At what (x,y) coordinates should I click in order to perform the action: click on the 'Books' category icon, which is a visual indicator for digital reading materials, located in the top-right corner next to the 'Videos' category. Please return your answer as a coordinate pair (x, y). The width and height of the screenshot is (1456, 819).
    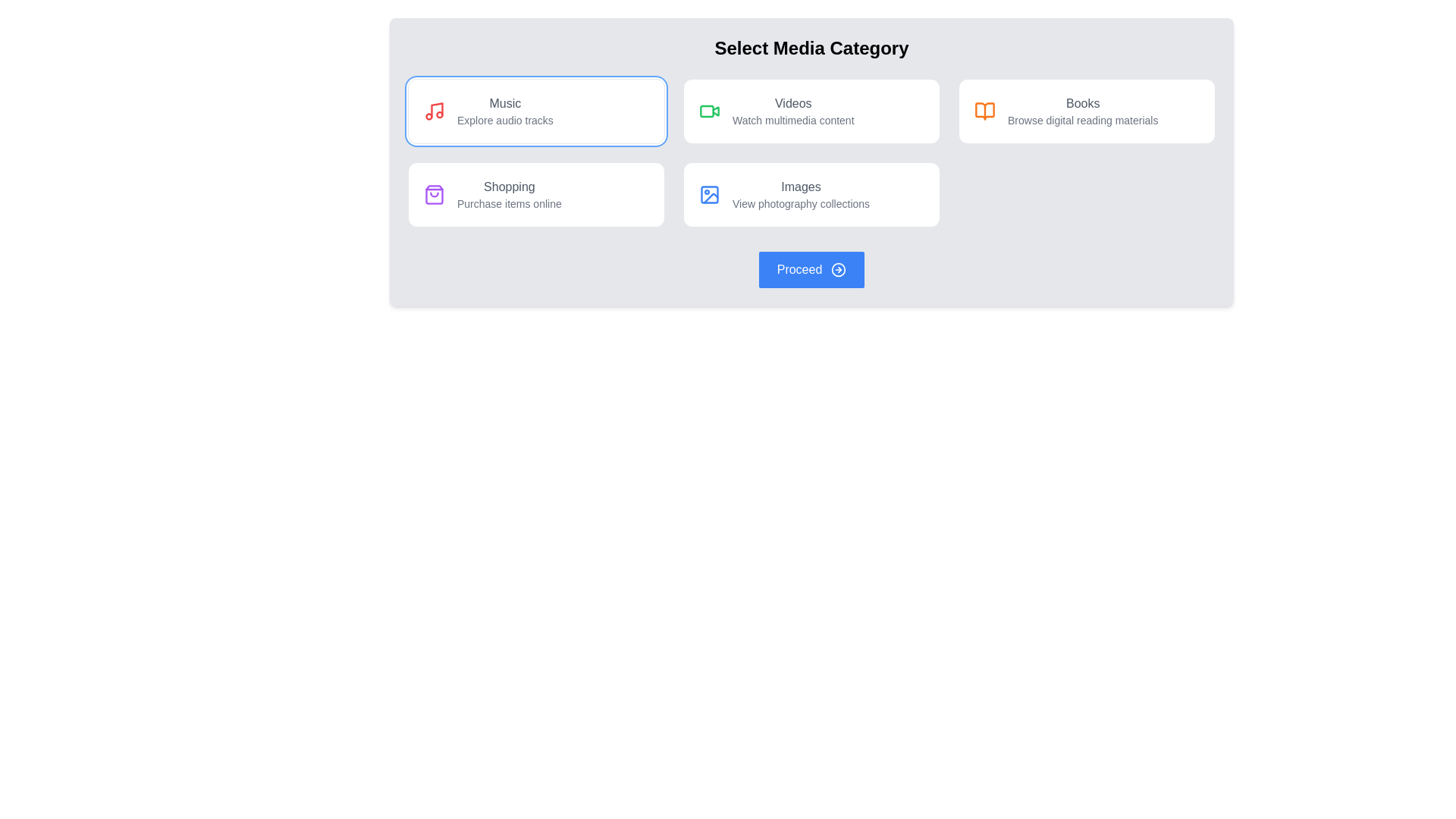
    Looking at the image, I should click on (985, 110).